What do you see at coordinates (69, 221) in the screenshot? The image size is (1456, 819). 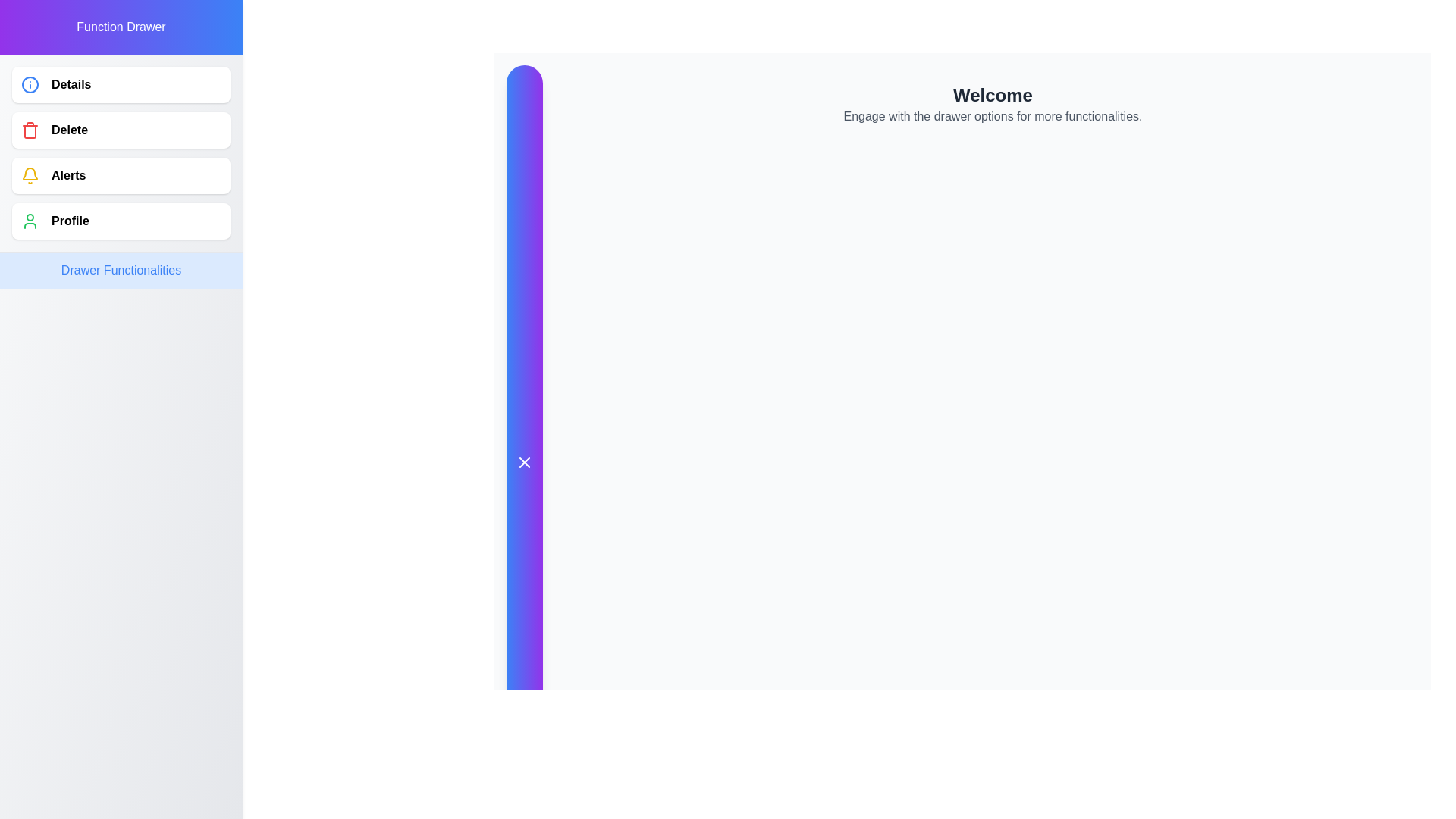 I see `the 'Profile' text label within the clickable button located in the fourth position of the vertical list in the left-hand side menu` at bounding box center [69, 221].